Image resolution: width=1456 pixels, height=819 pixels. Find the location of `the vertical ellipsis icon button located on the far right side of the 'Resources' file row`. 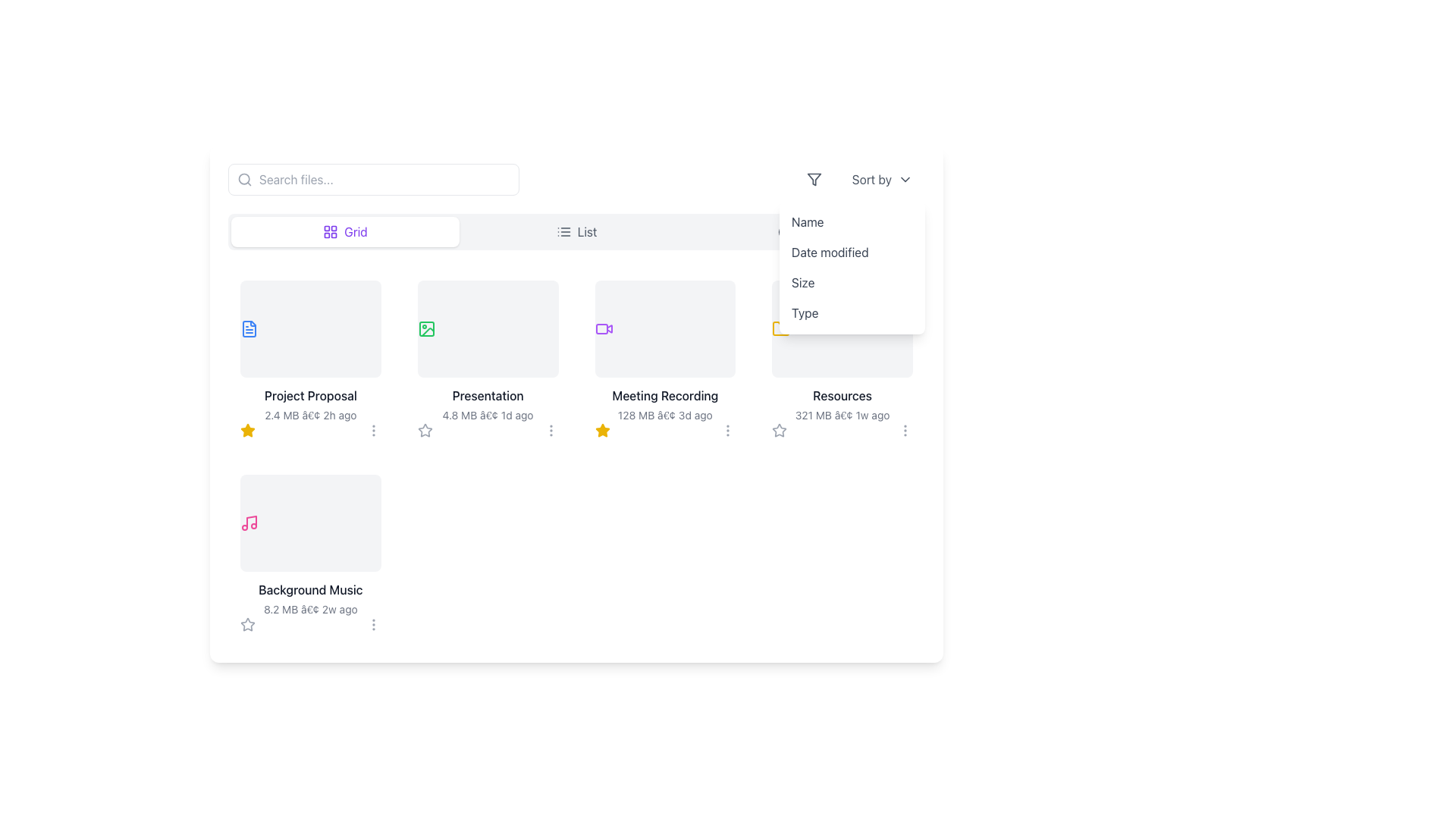

the vertical ellipsis icon button located on the far right side of the 'Resources' file row is located at coordinates (905, 430).